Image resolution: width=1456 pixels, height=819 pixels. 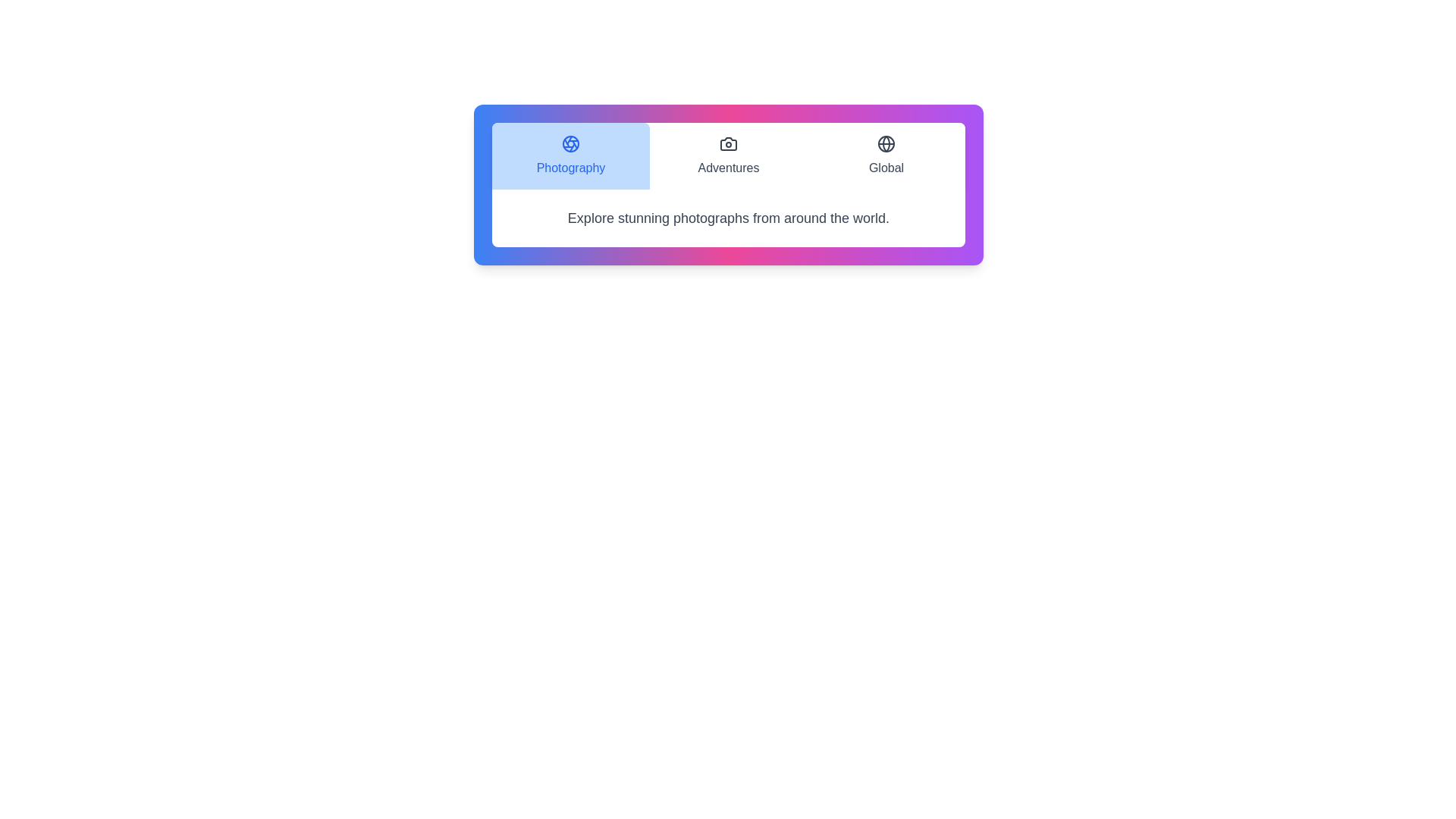 What do you see at coordinates (886, 143) in the screenshot?
I see `keyboard navigation` at bounding box center [886, 143].